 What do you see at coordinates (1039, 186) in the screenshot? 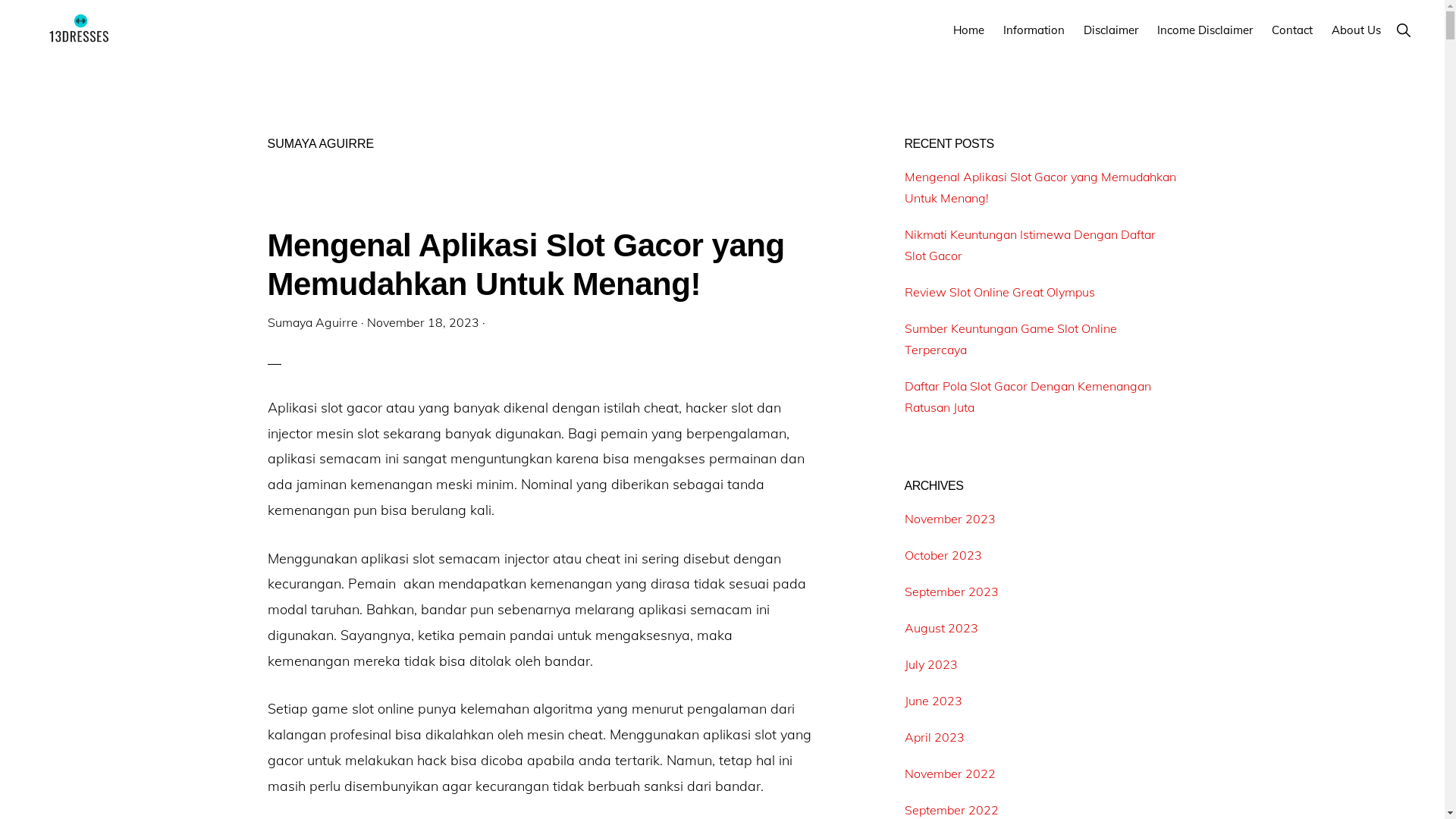
I see `'Mengenal Aplikasi Slot Gacor yang Memudahkan Untuk Menang!'` at bounding box center [1039, 186].